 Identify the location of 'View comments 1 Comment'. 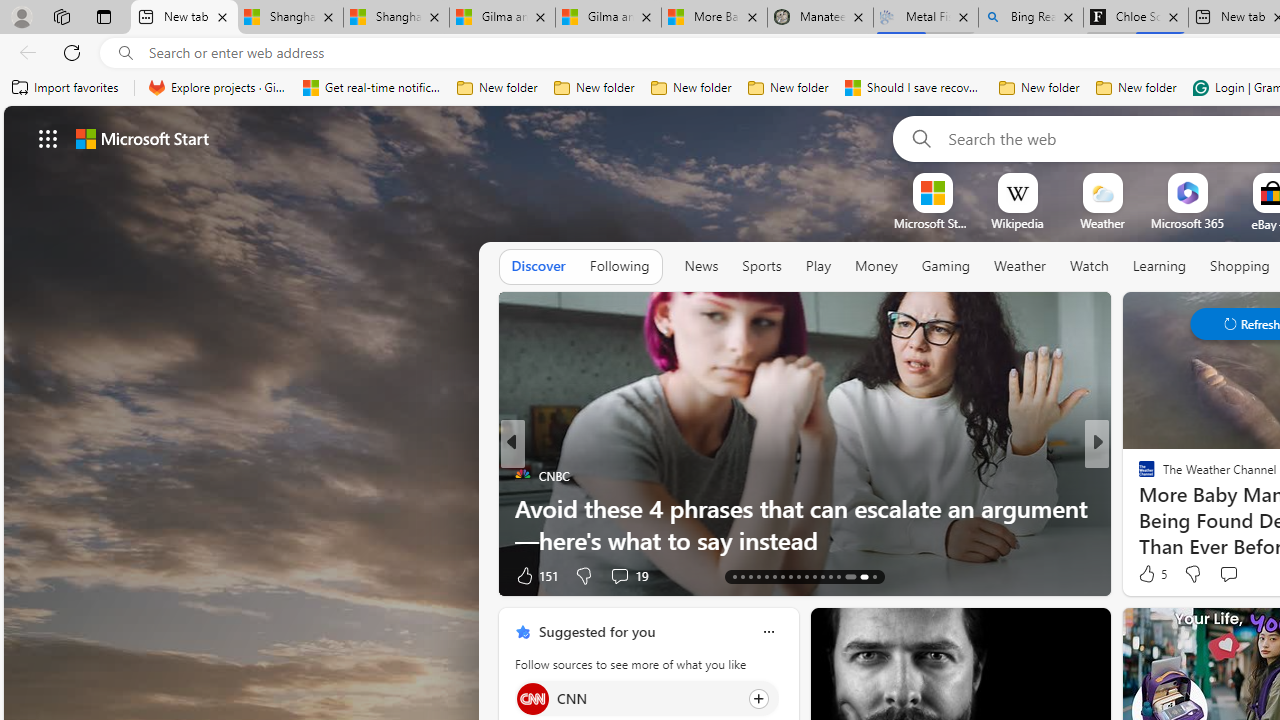
(1228, 575).